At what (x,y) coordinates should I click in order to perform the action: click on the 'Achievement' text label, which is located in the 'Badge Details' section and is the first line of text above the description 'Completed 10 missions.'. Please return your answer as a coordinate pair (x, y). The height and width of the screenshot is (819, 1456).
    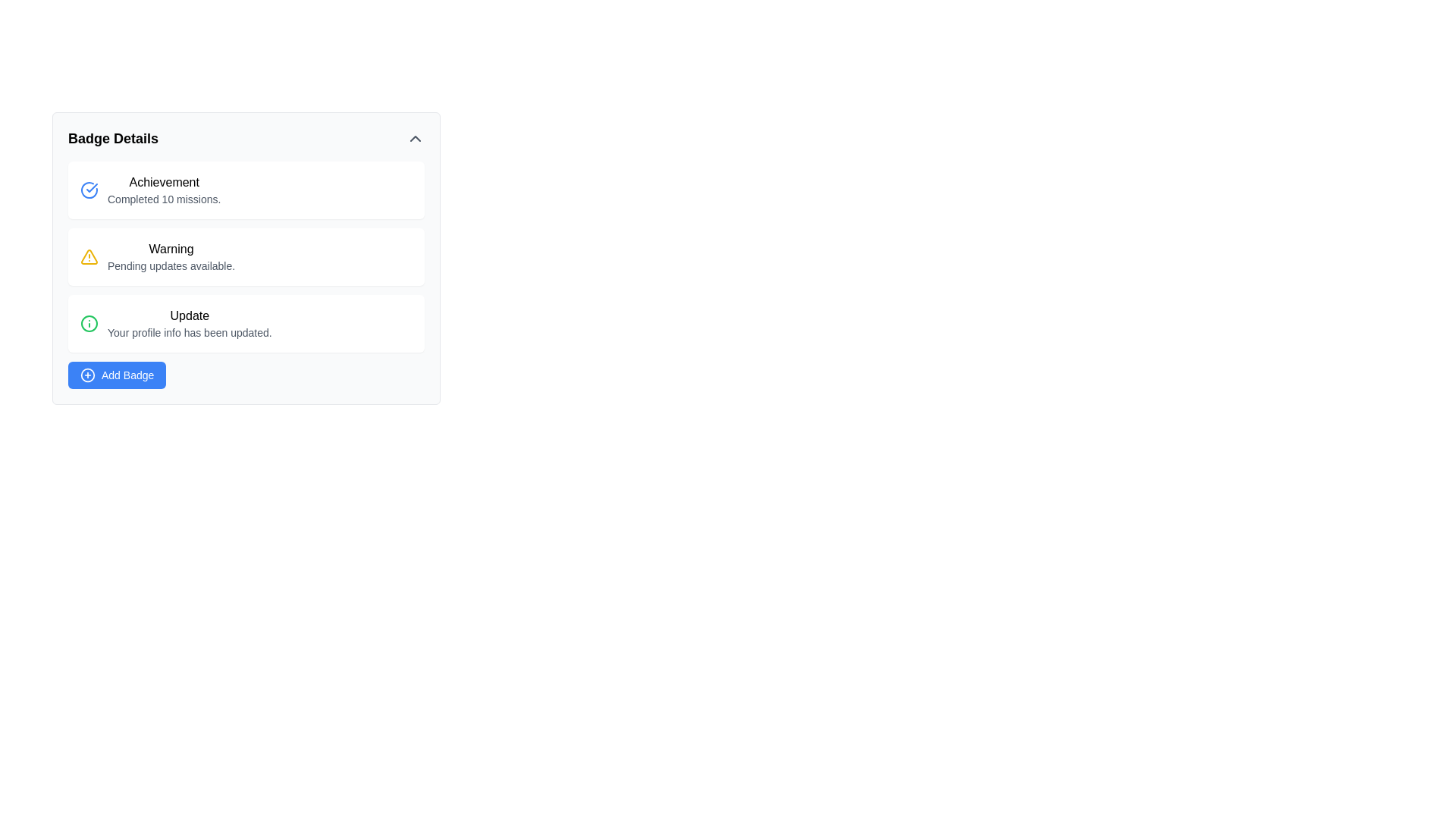
    Looking at the image, I should click on (164, 181).